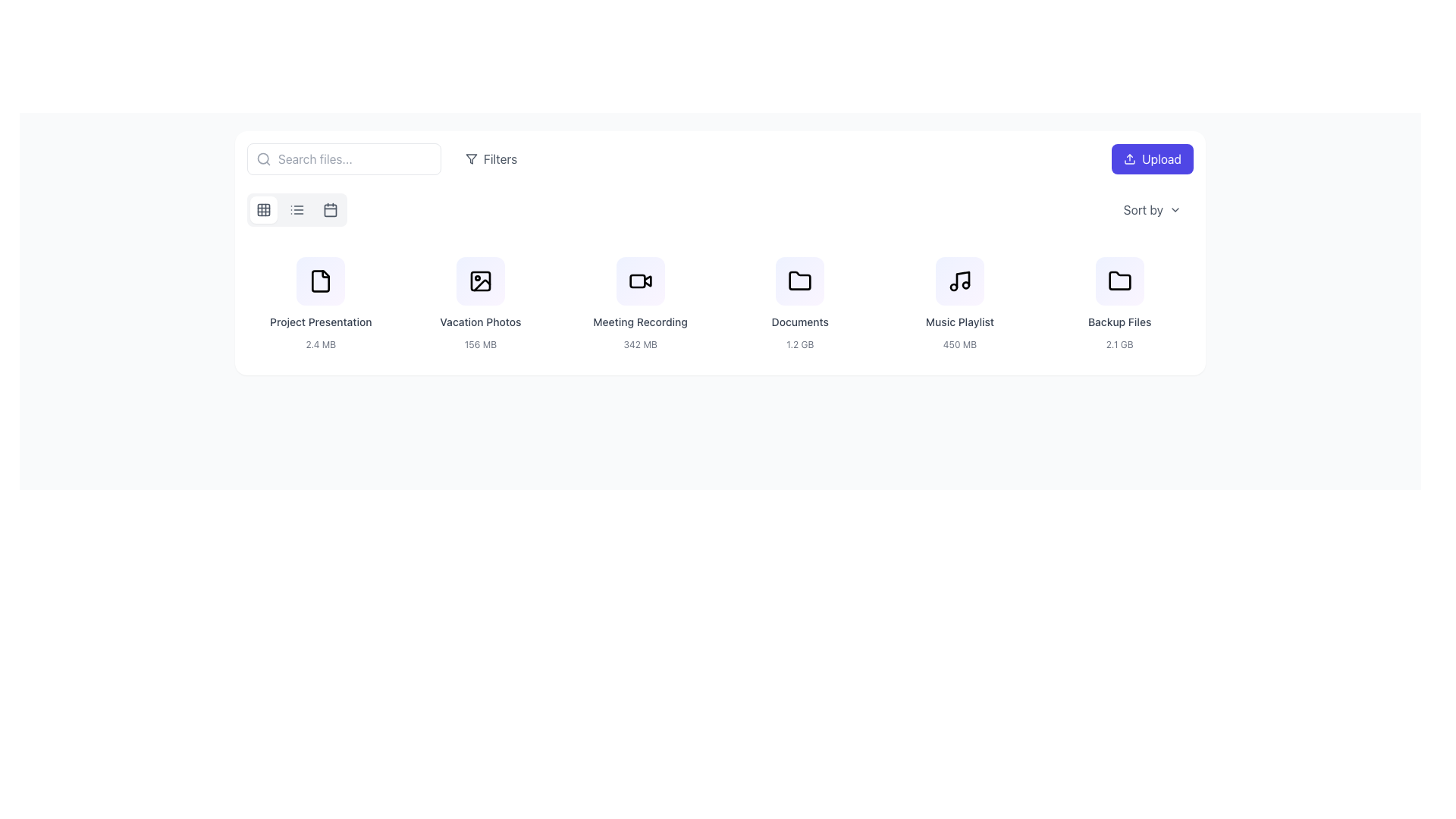  I want to click on the downward arrow symbol of the dropdown indicator located in the 'Sort by' section, so click(1175, 210).